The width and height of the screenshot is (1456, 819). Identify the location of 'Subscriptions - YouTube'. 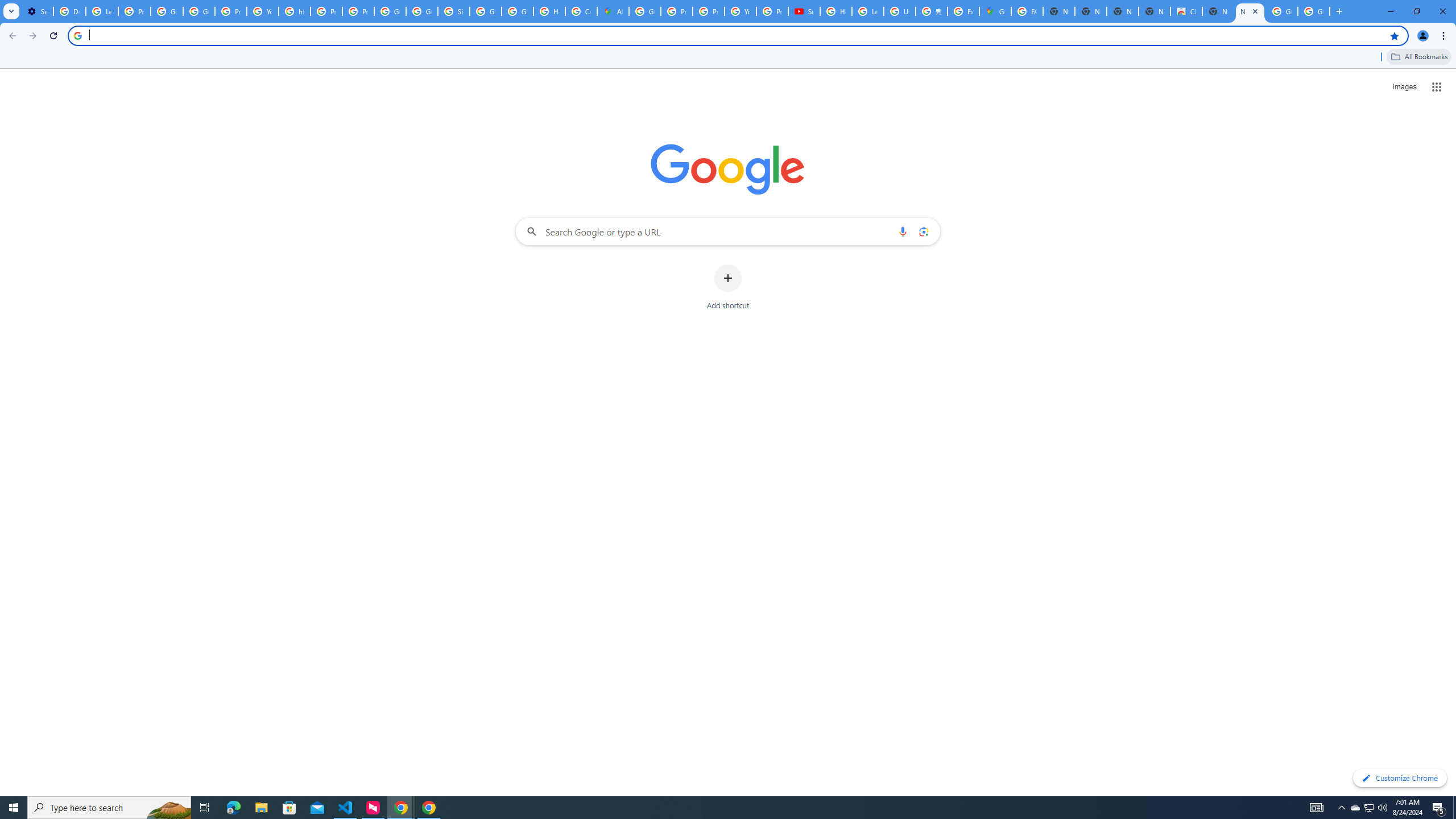
(804, 11).